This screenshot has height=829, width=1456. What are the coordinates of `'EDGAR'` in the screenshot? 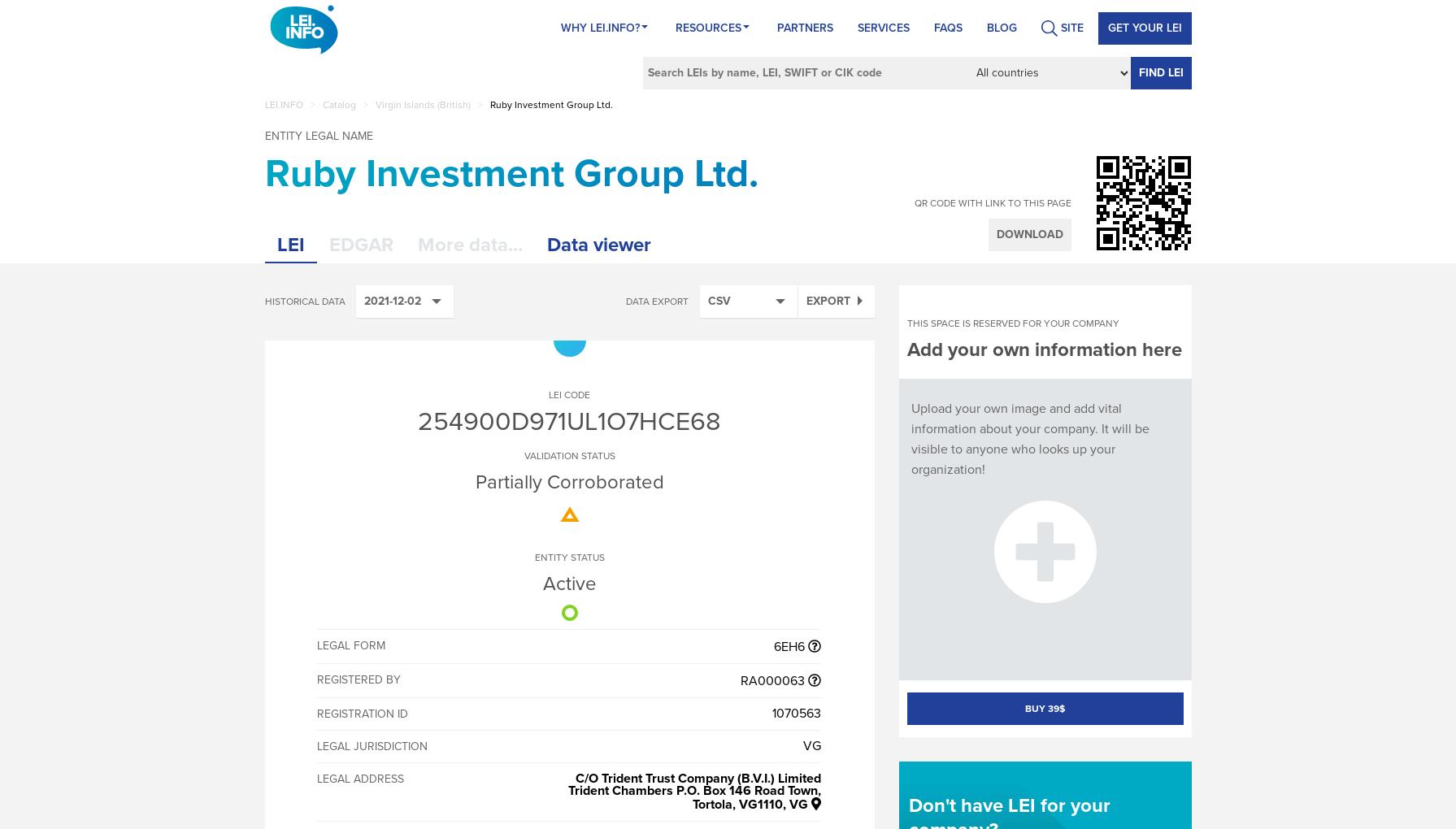 It's located at (360, 245).